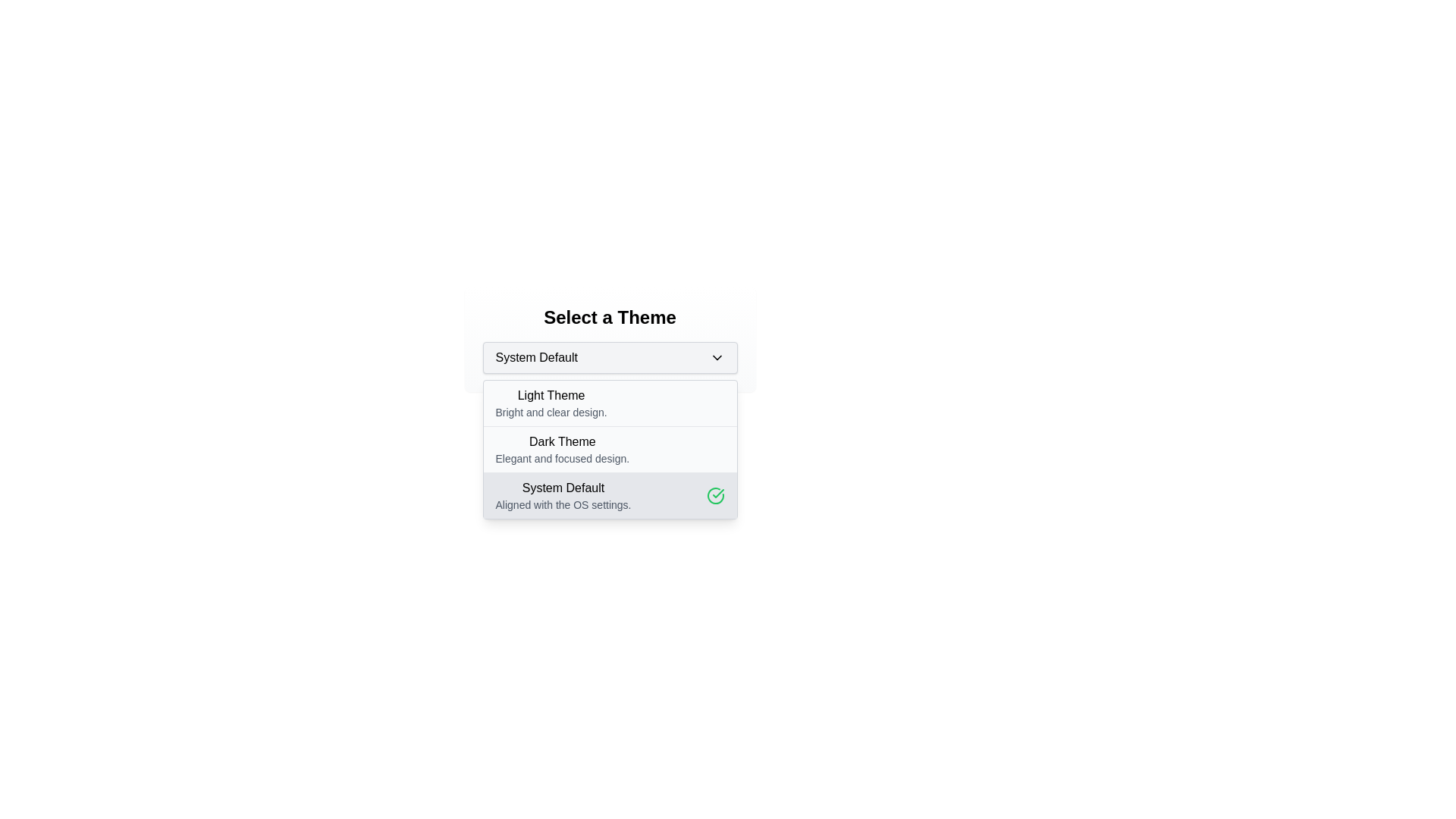 The height and width of the screenshot is (819, 1456). I want to click on the text label displaying 'Aligned with the OS settings.' which is positioned below the 'System Default' label in the dropdown menu under the 'Select a Theme' panel, so click(563, 505).